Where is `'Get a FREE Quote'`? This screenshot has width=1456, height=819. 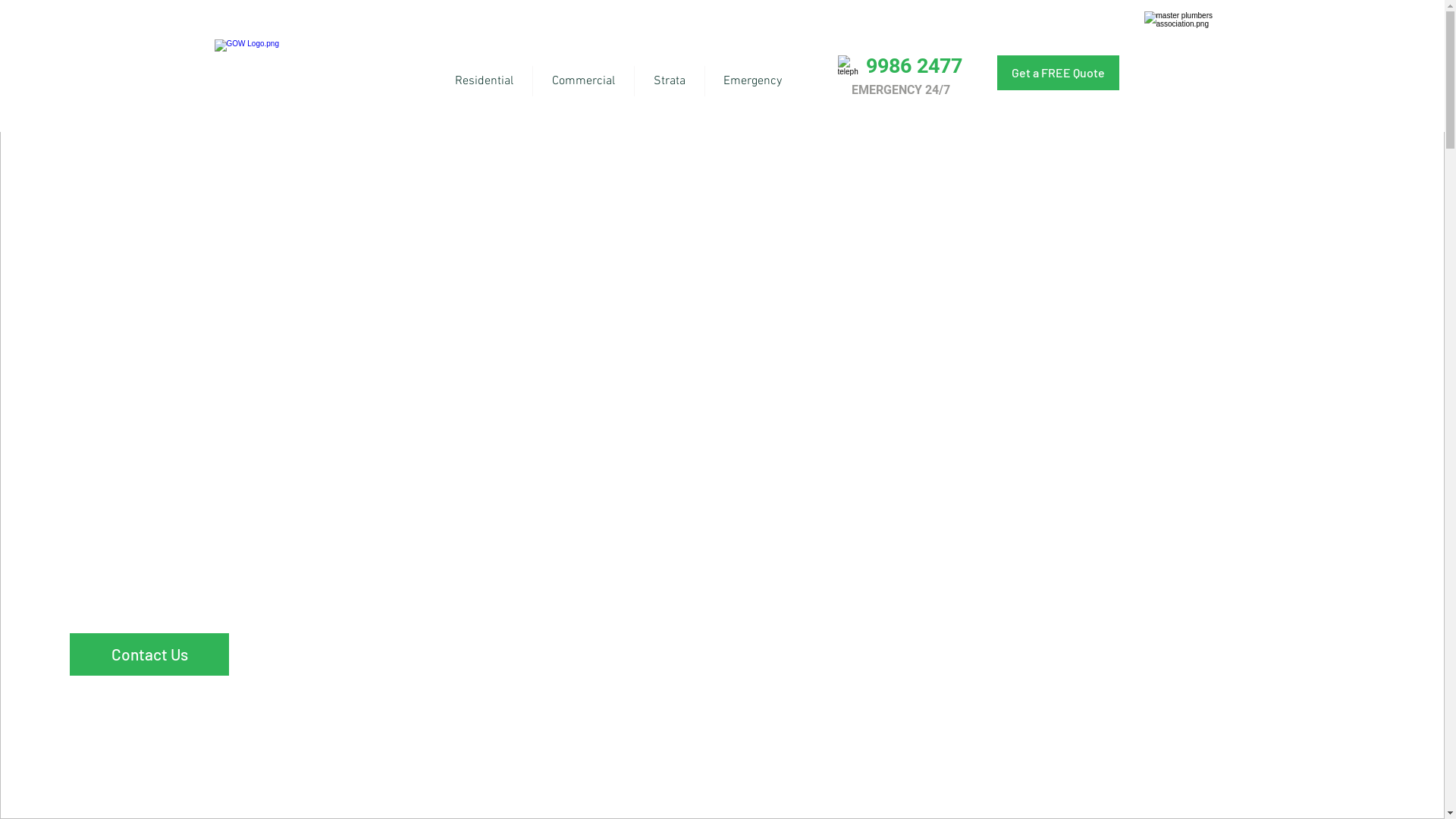 'Get a FREE Quote' is located at coordinates (1057, 72).